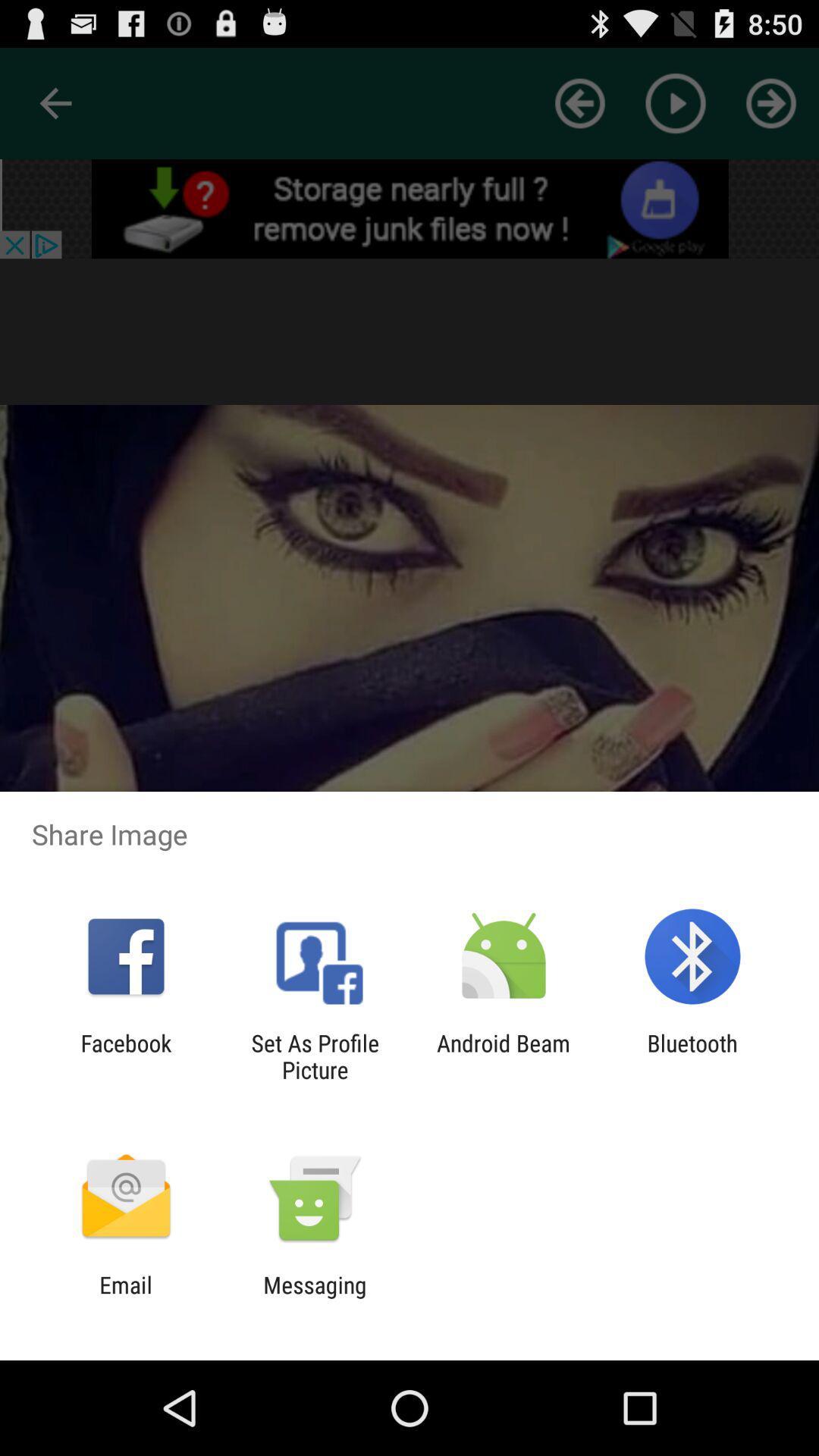 The image size is (819, 1456). Describe the element at coordinates (314, 1056) in the screenshot. I see `item to the left of the android beam item` at that location.